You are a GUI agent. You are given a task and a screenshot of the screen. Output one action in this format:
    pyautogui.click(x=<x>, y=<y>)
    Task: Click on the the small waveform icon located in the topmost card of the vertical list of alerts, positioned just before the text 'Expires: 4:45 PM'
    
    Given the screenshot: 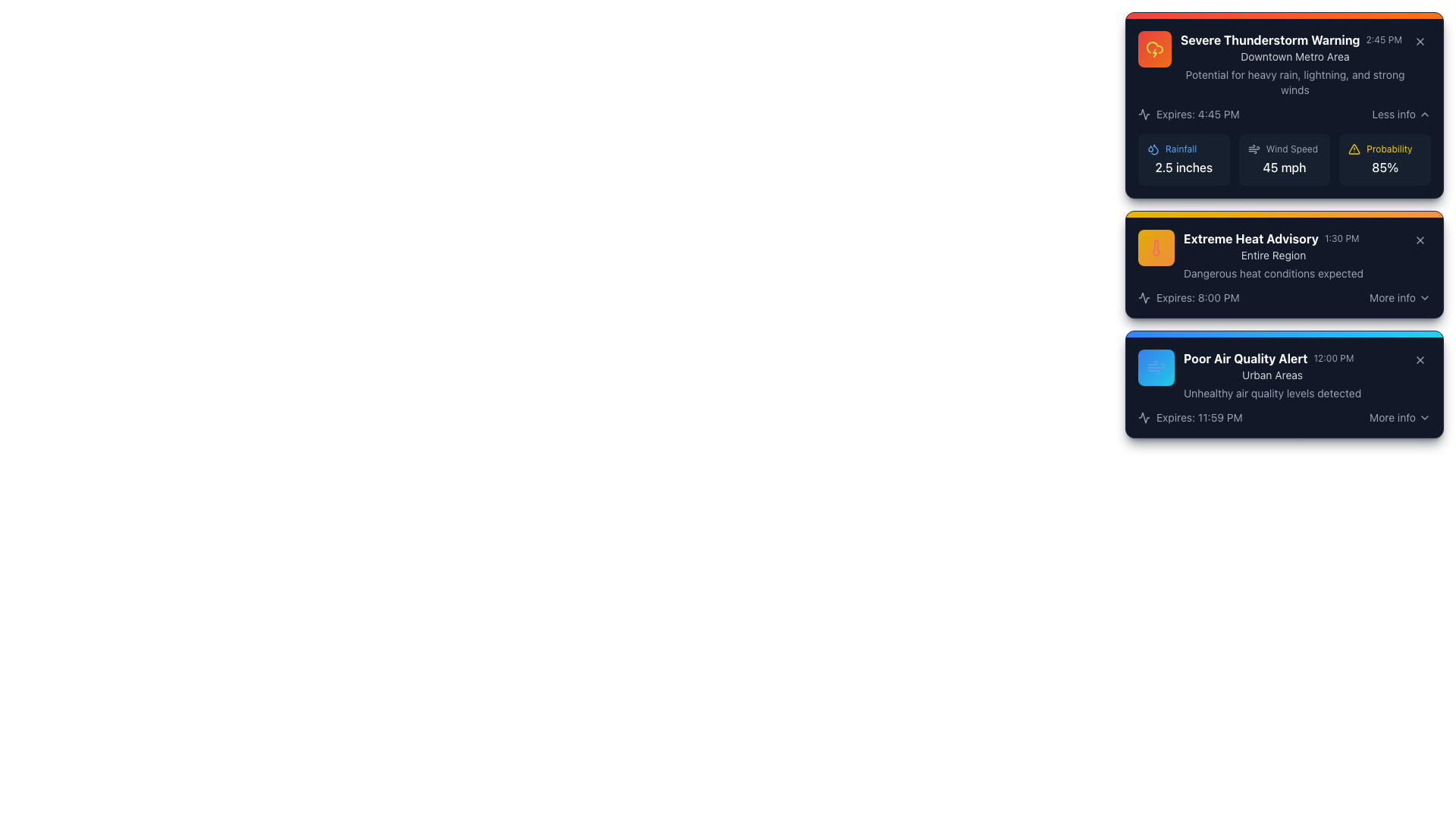 What is the action you would take?
    pyautogui.click(x=1144, y=113)
    